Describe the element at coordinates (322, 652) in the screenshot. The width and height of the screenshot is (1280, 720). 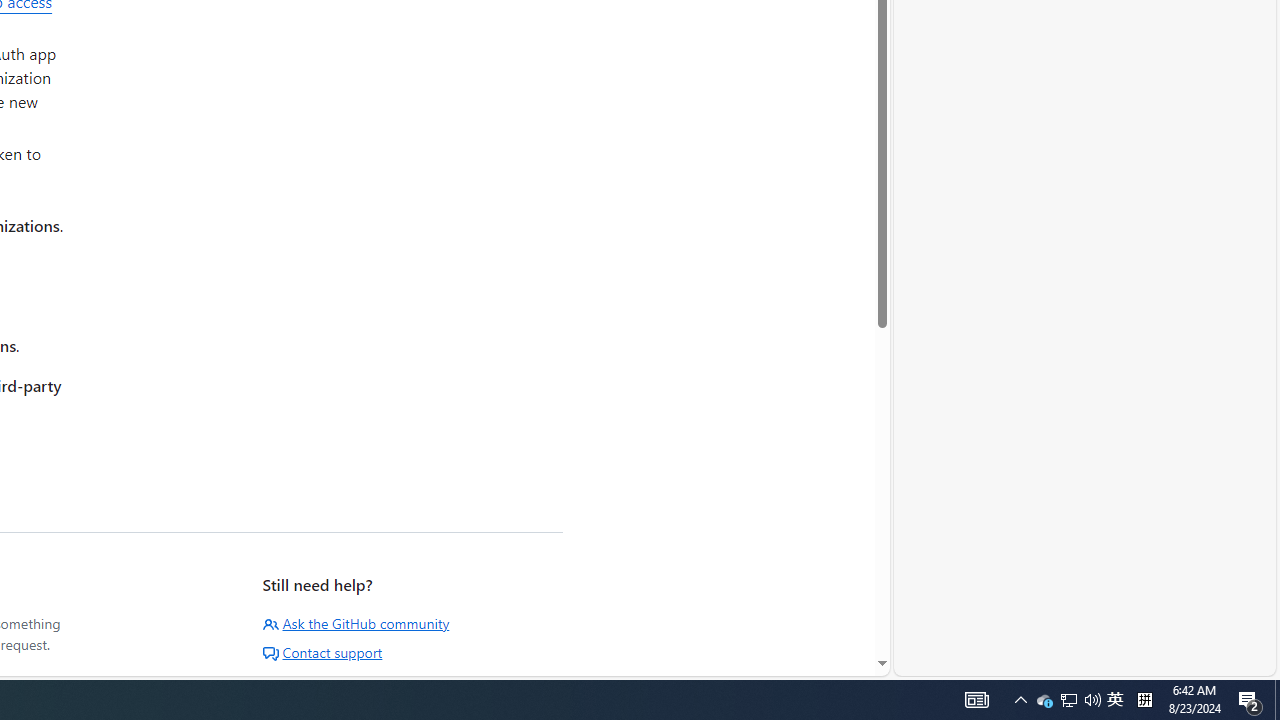
I see `'Contact support'` at that location.